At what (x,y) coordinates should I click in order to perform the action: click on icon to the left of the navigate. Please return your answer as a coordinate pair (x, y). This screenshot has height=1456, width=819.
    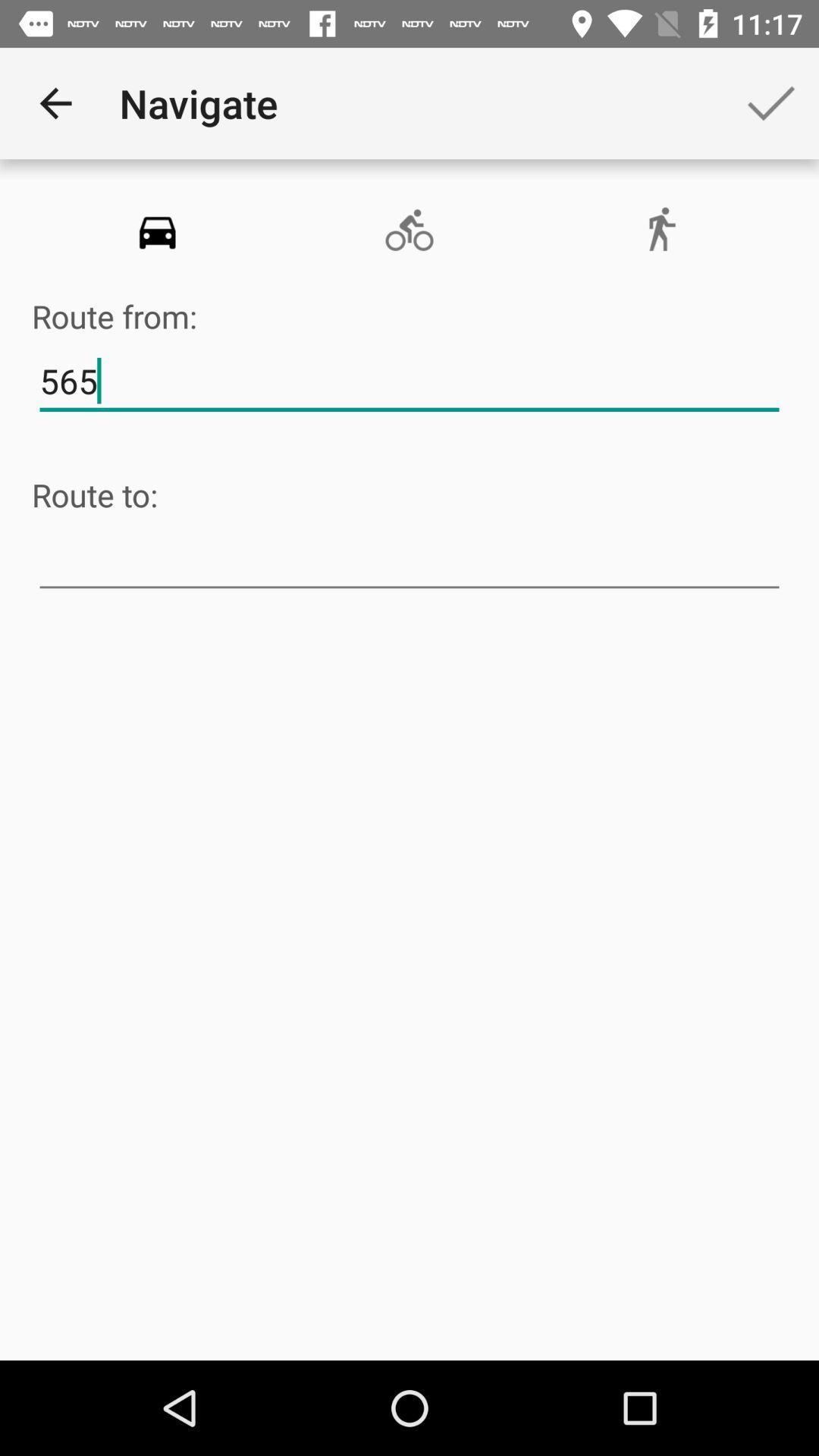
    Looking at the image, I should click on (55, 102).